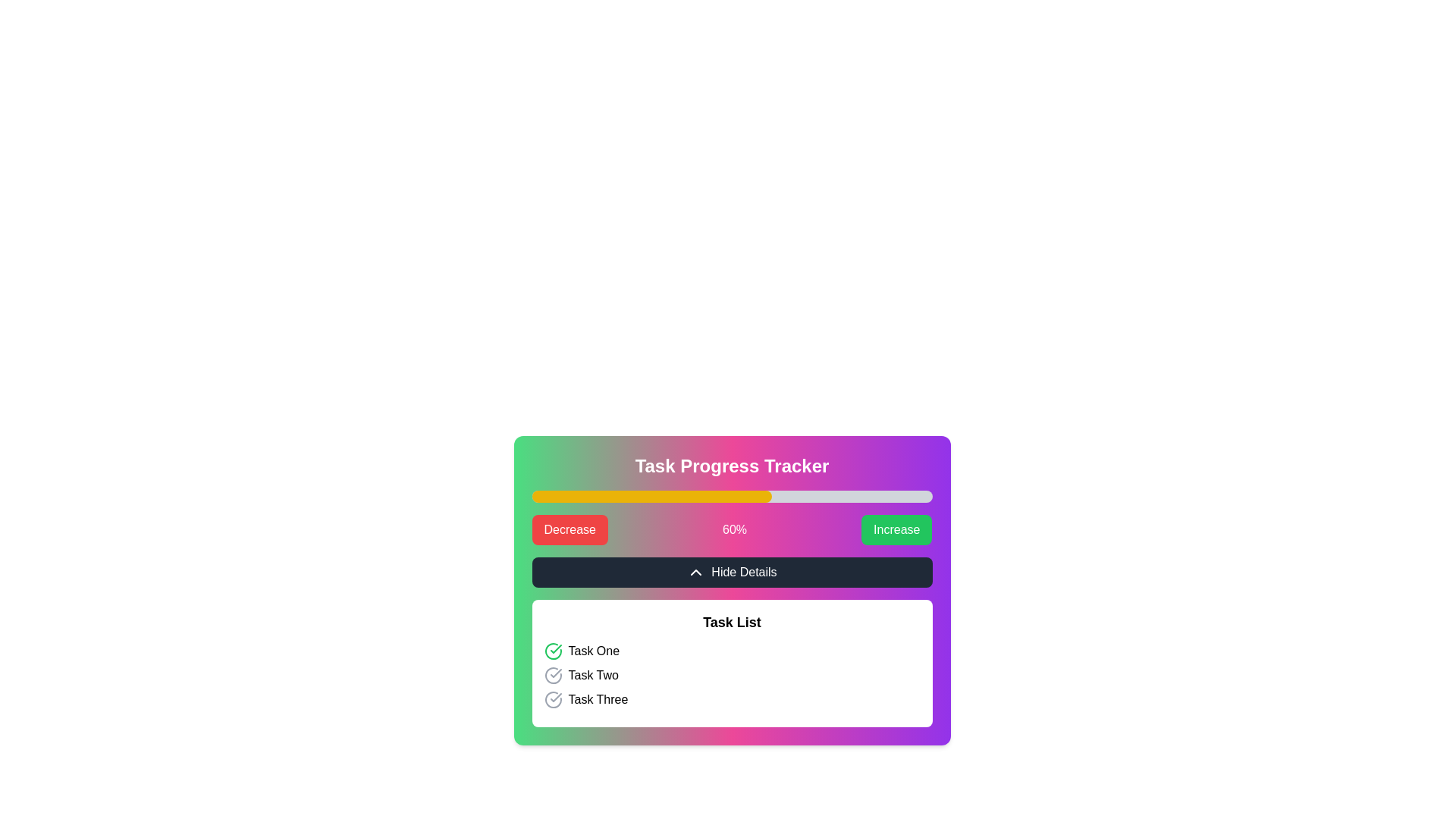 The image size is (1456, 819). Describe the element at coordinates (592, 675) in the screenshot. I see `the 'Task Two' text label` at that location.